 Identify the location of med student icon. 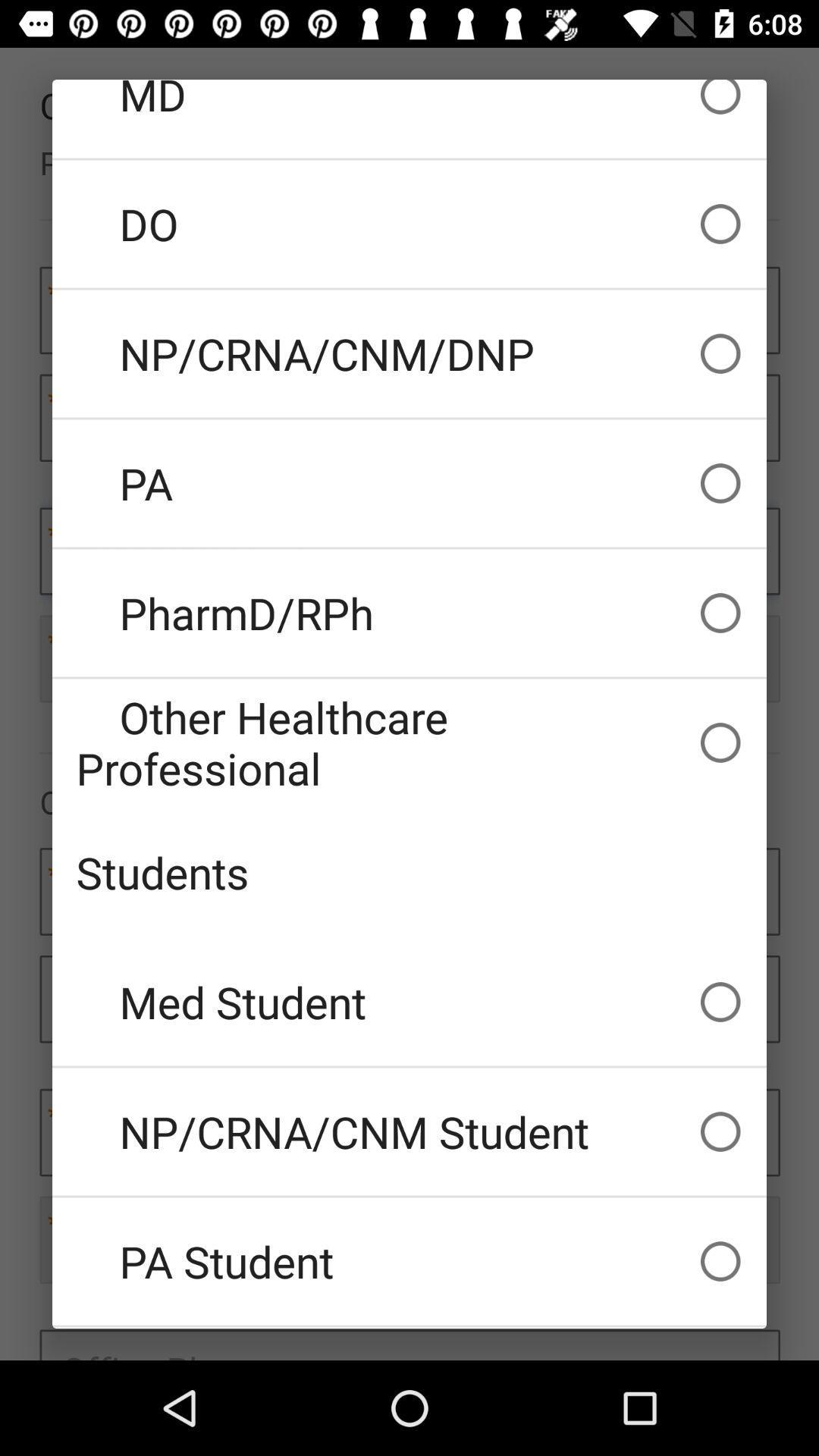
(409, 1002).